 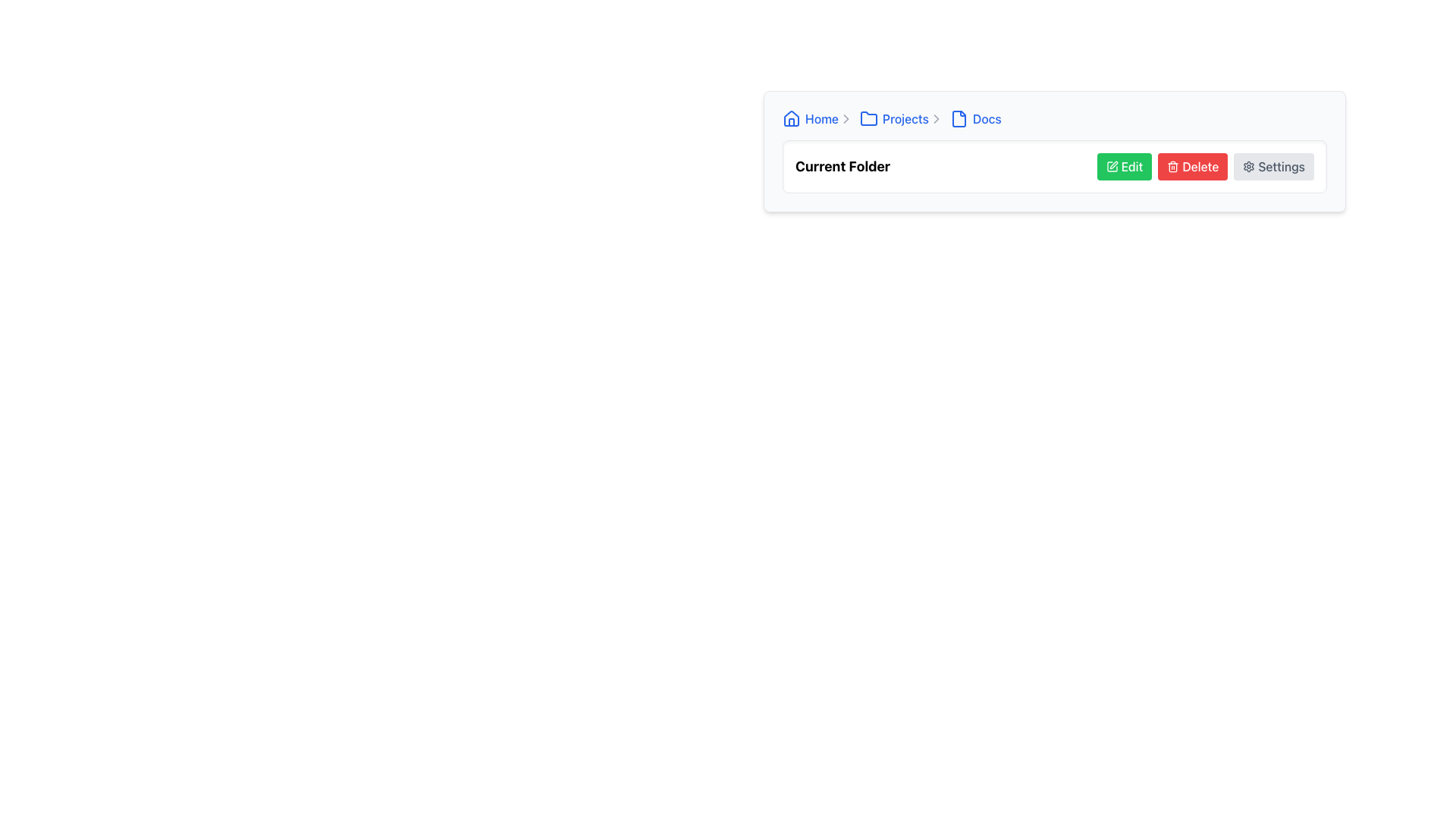 What do you see at coordinates (1192, 166) in the screenshot?
I see `the red 'Delete' button labeled with 'Delete' in white text, located between the 'Edit' and 'Settings' buttons on the right side of the toolbar` at bounding box center [1192, 166].